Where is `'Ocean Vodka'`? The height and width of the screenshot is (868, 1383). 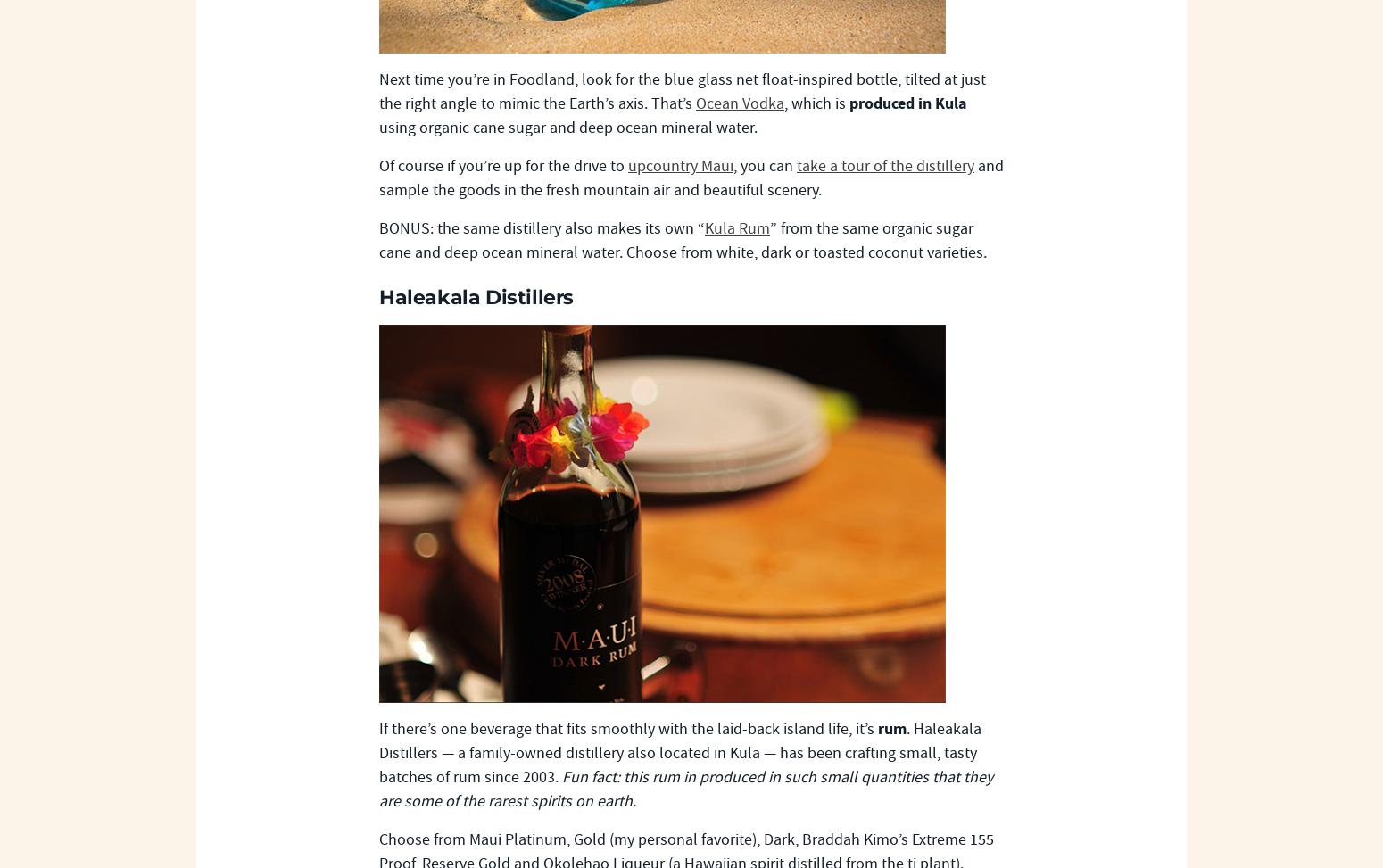
'Ocean Vodka' is located at coordinates (739, 103).